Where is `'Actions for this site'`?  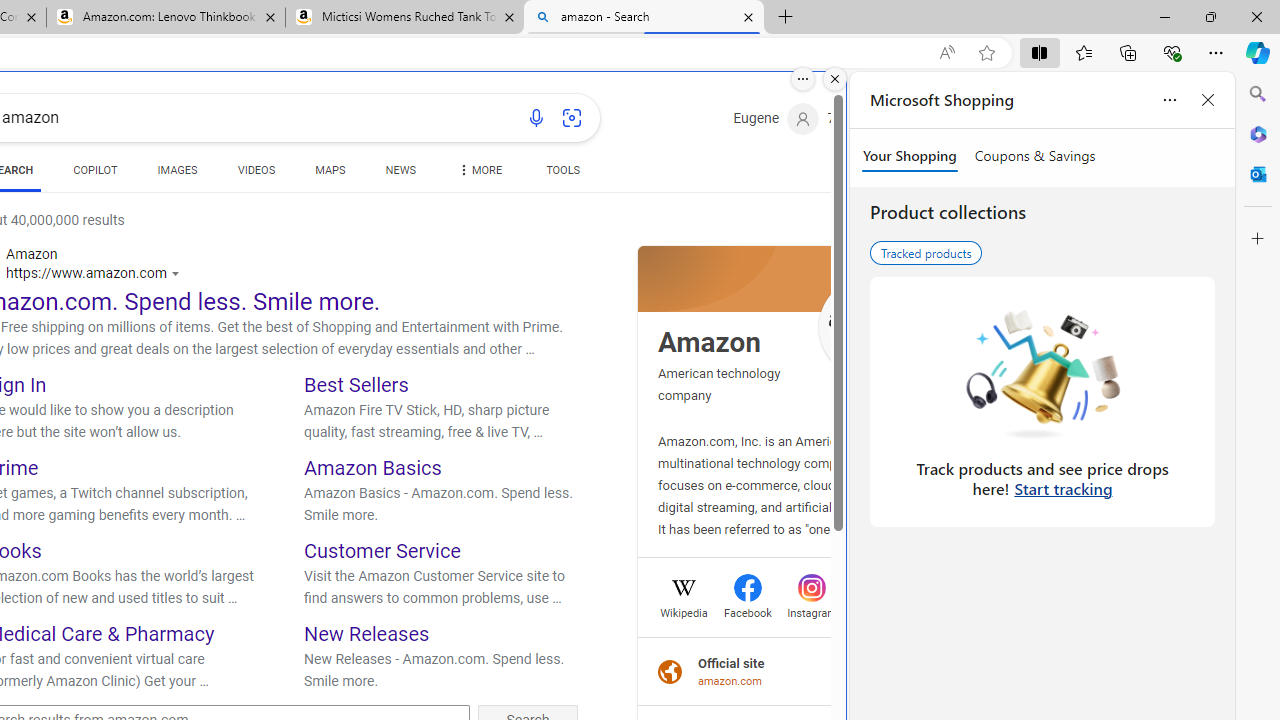
'Actions for this site' is located at coordinates (178, 273).